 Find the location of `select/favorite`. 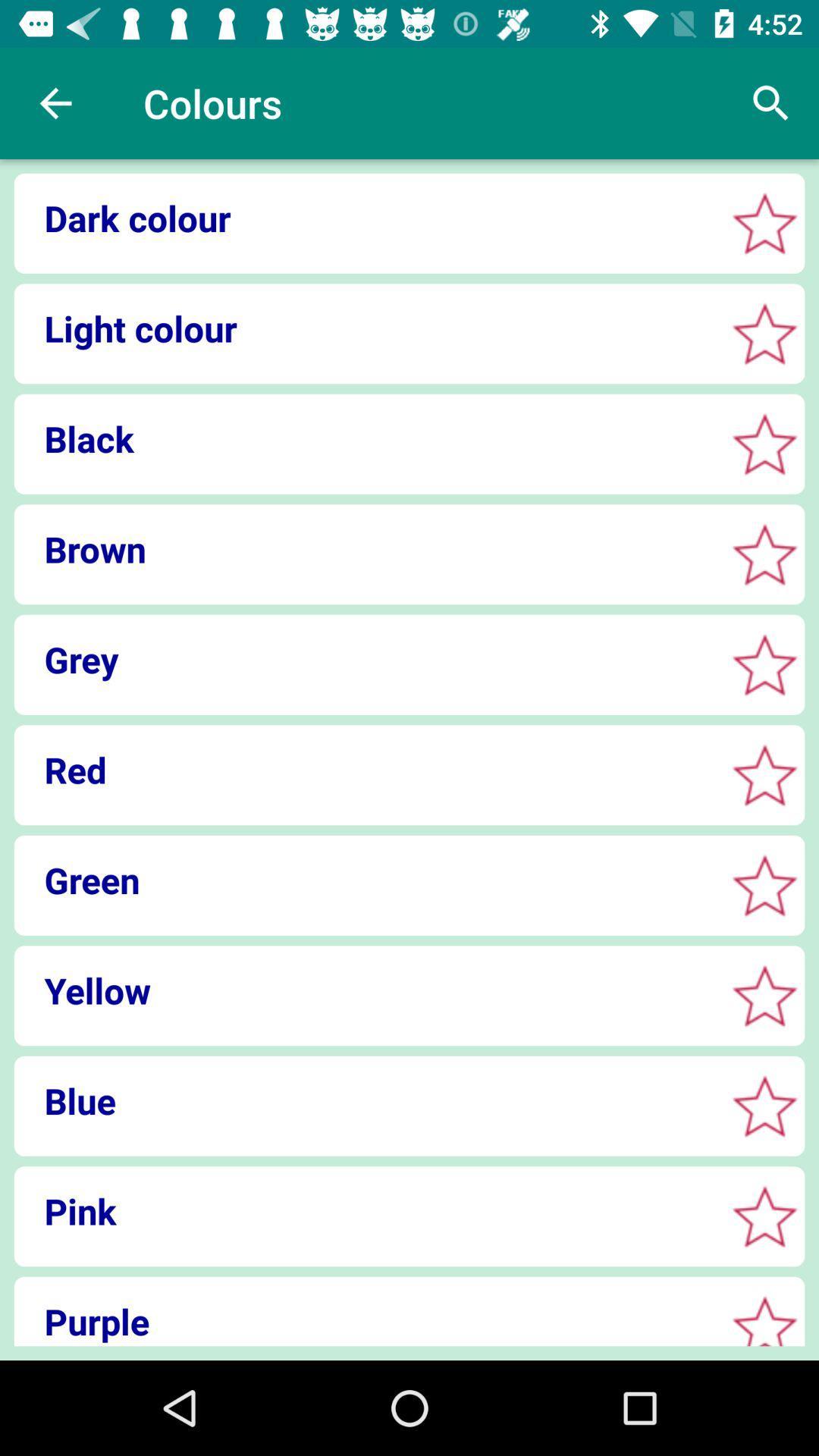

select/favorite is located at coordinates (764, 885).